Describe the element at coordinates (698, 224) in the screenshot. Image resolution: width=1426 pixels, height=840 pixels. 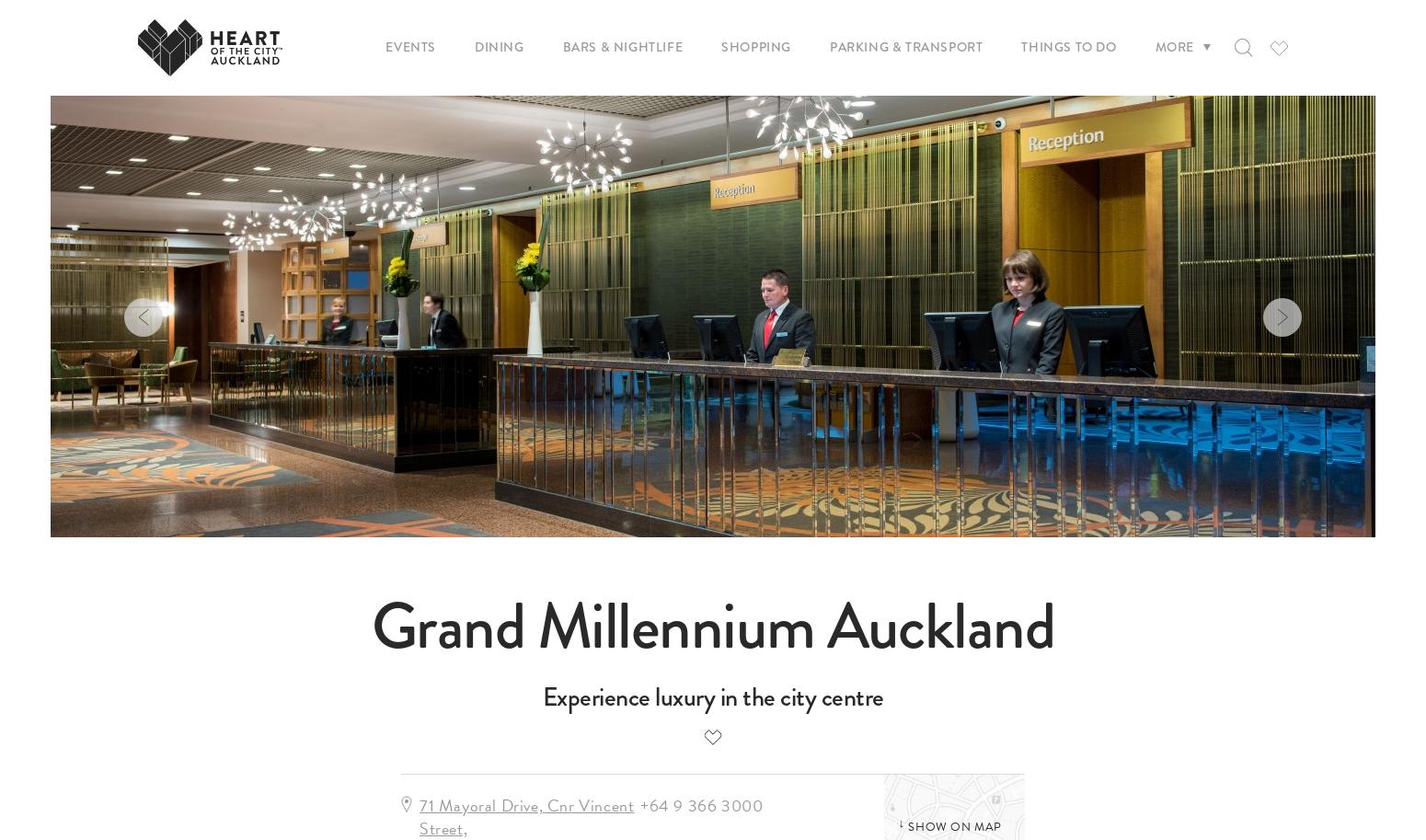
I see `'Add to favourites'` at that location.